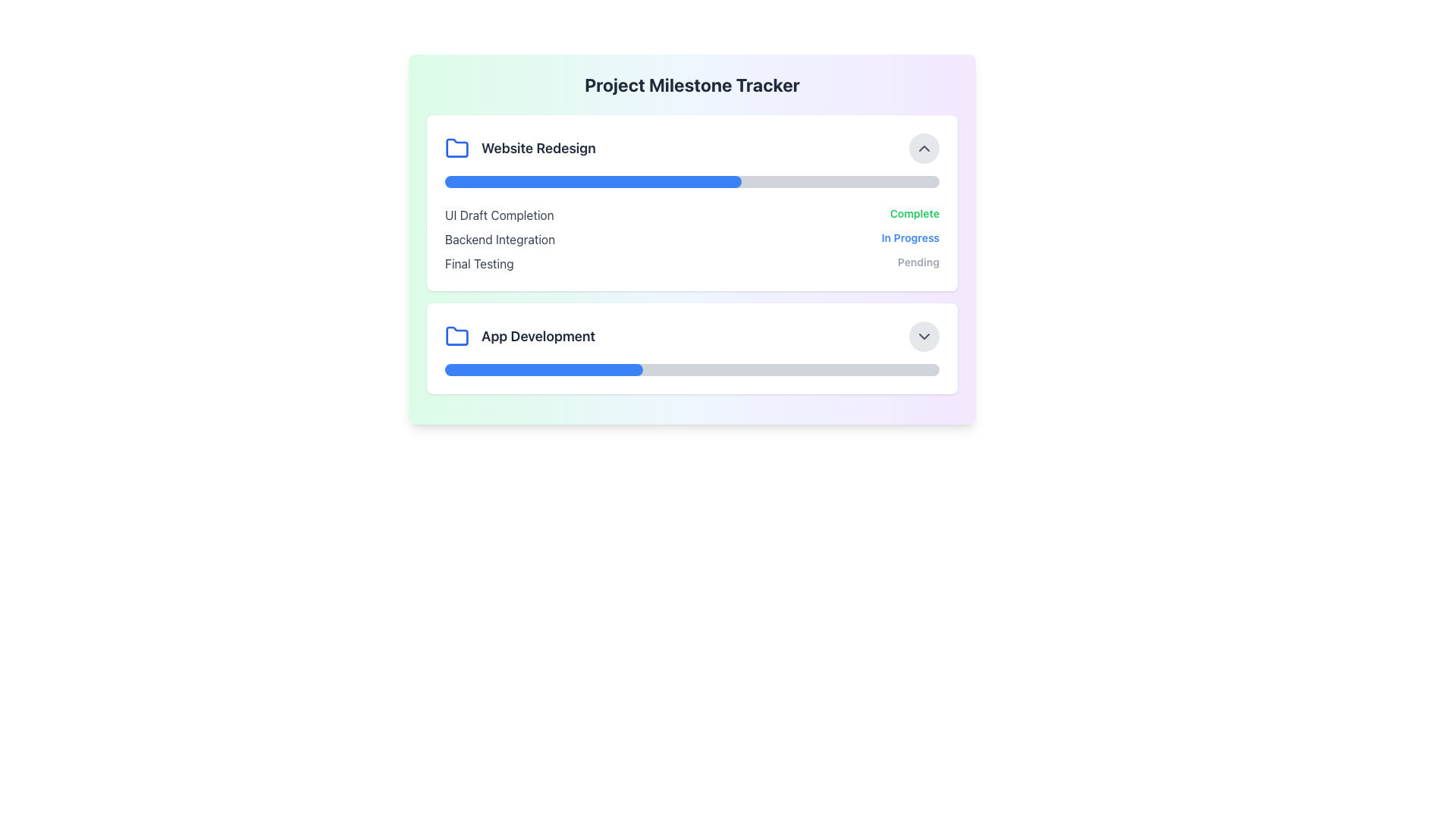 Image resolution: width=1456 pixels, height=819 pixels. Describe the element at coordinates (924, 149) in the screenshot. I see `the upward-pointing chevron icon button with a light gray background, located on the right-hand side of the 'Website Redesign' header` at that location.